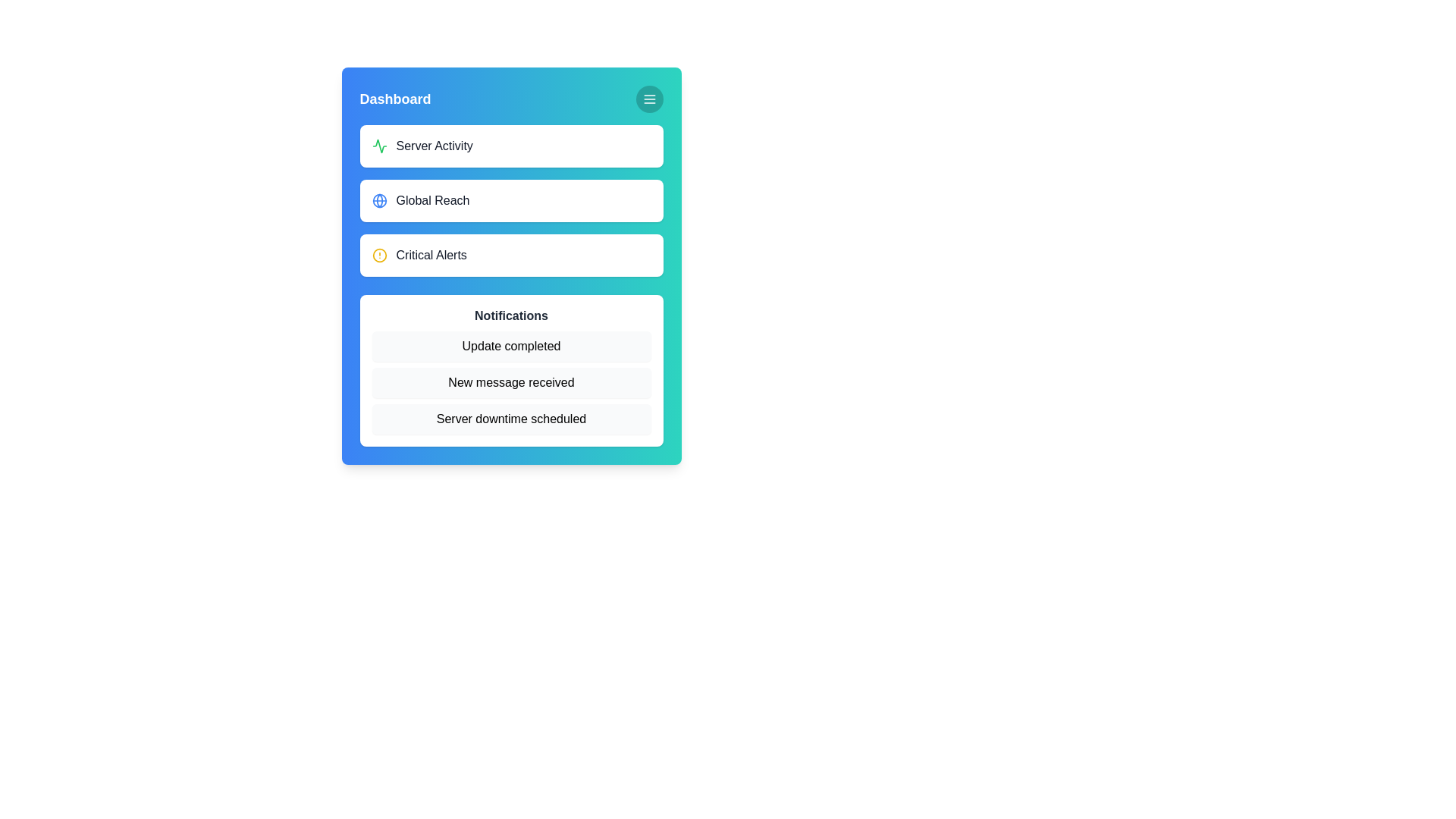  Describe the element at coordinates (511, 265) in the screenshot. I see `the Card component in the dashboard layout that presents activity details, reach metrics, critical alerts, and sequential notifications` at that location.